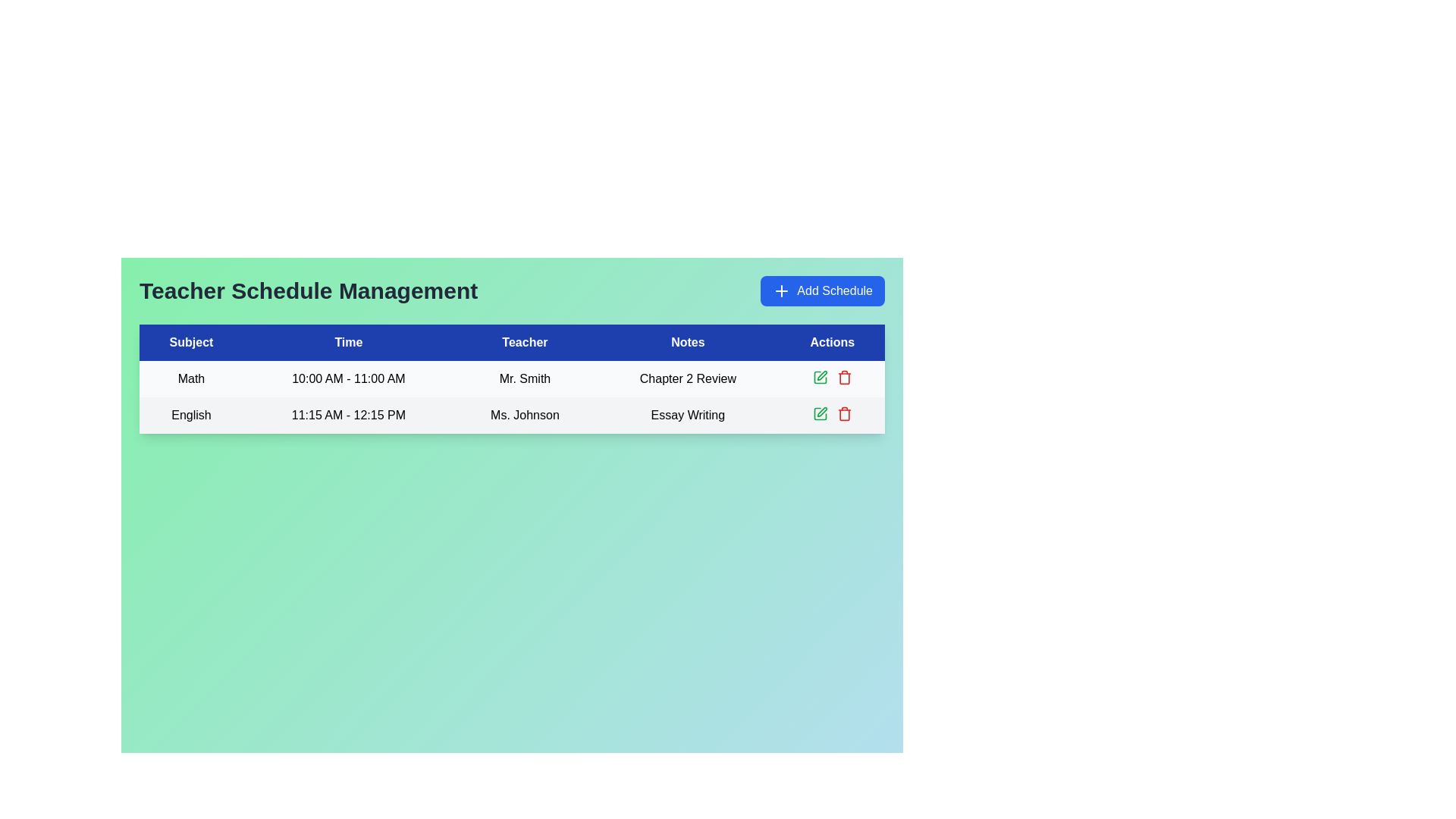 The height and width of the screenshot is (819, 1456). What do you see at coordinates (687, 378) in the screenshot?
I see `the text label displaying 'Chapter 2 Review', which is centrally aligned in the 'Notes' column of the schedule management table` at bounding box center [687, 378].